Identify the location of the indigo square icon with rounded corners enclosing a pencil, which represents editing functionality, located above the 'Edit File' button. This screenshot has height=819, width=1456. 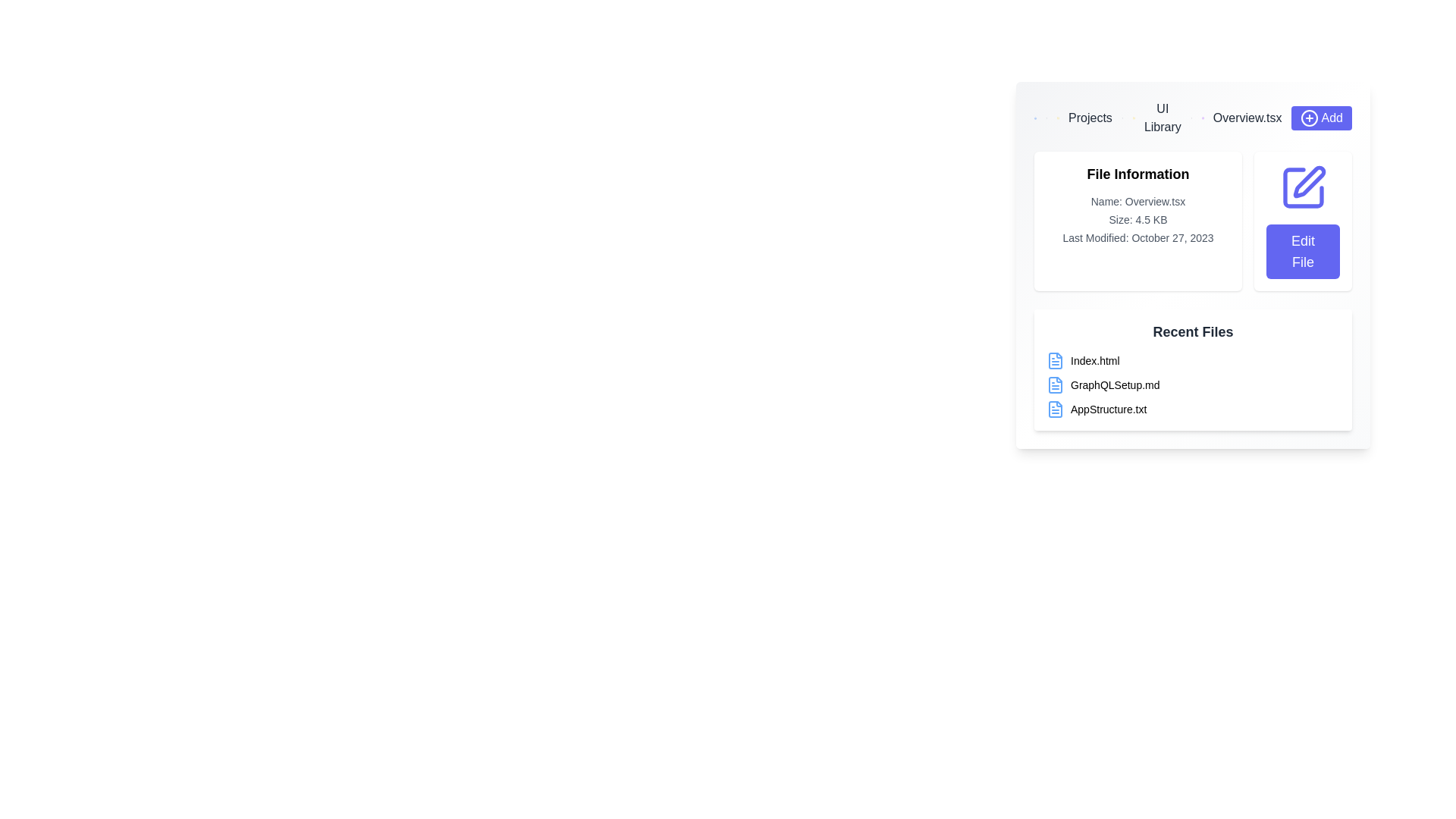
(1302, 187).